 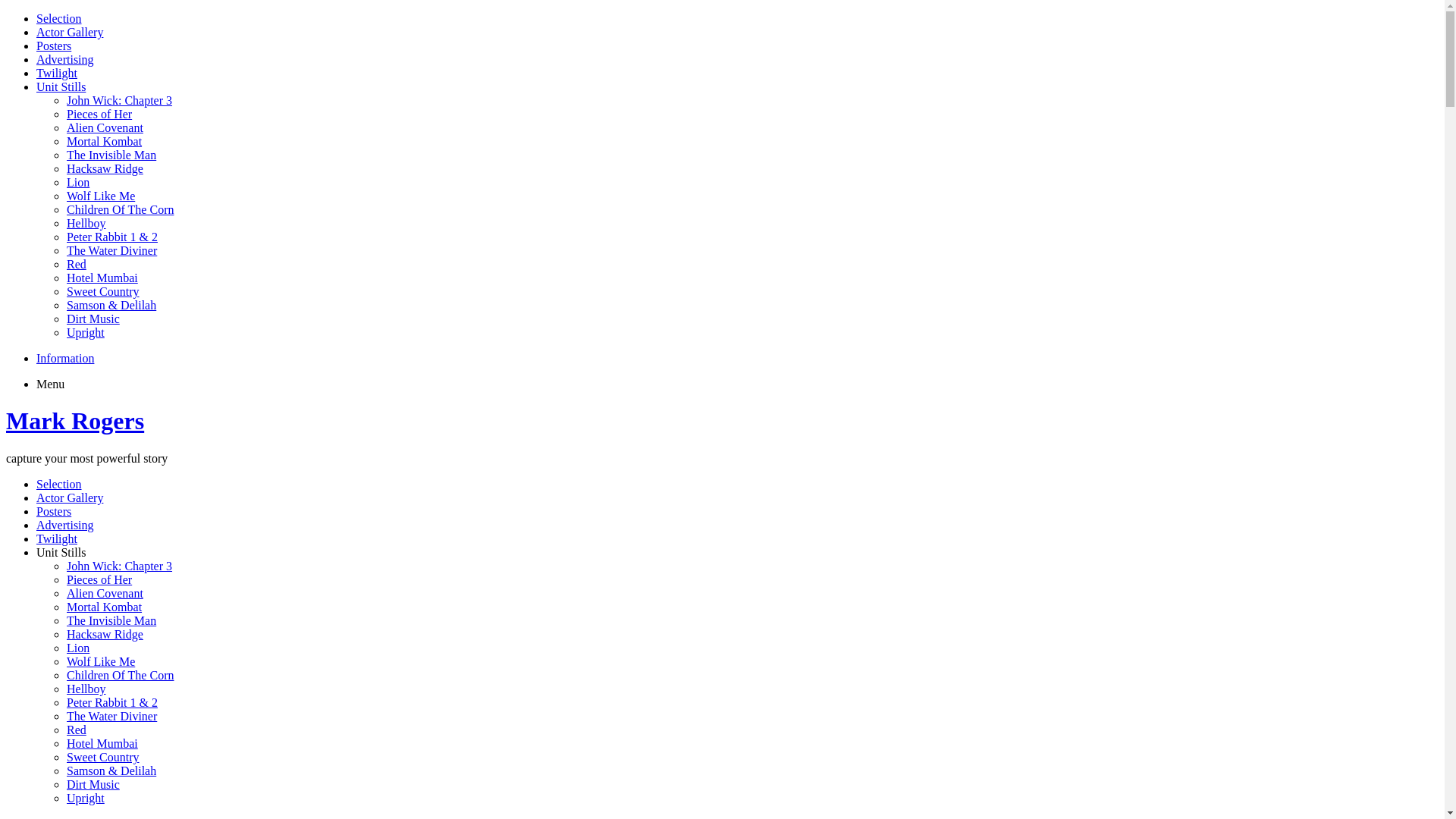 What do you see at coordinates (85, 331) in the screenshot?
I see `'Upright'` at bounding box center [85, 331].